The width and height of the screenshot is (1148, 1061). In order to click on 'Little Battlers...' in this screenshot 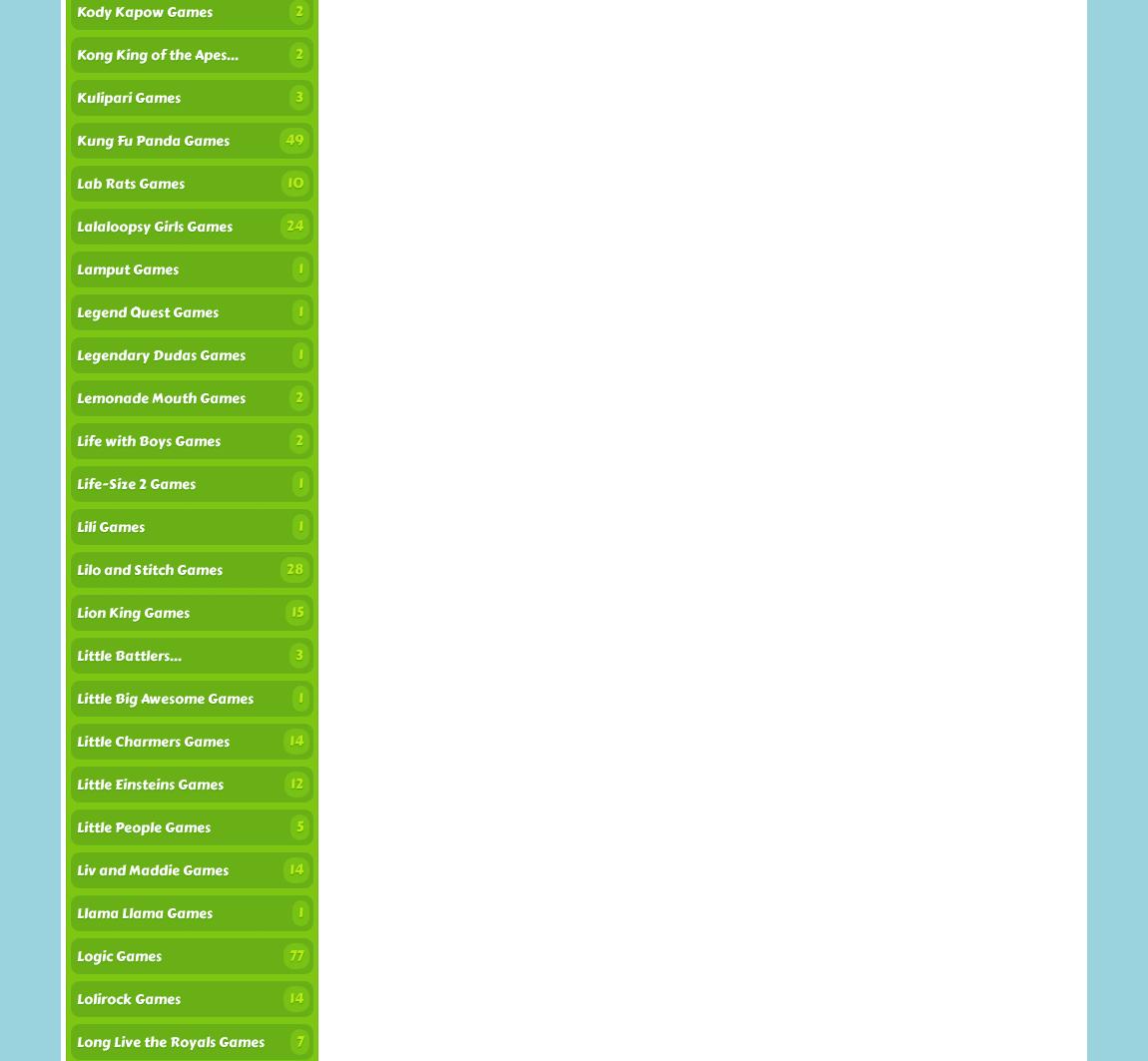, I will do `click(128, 655)`.